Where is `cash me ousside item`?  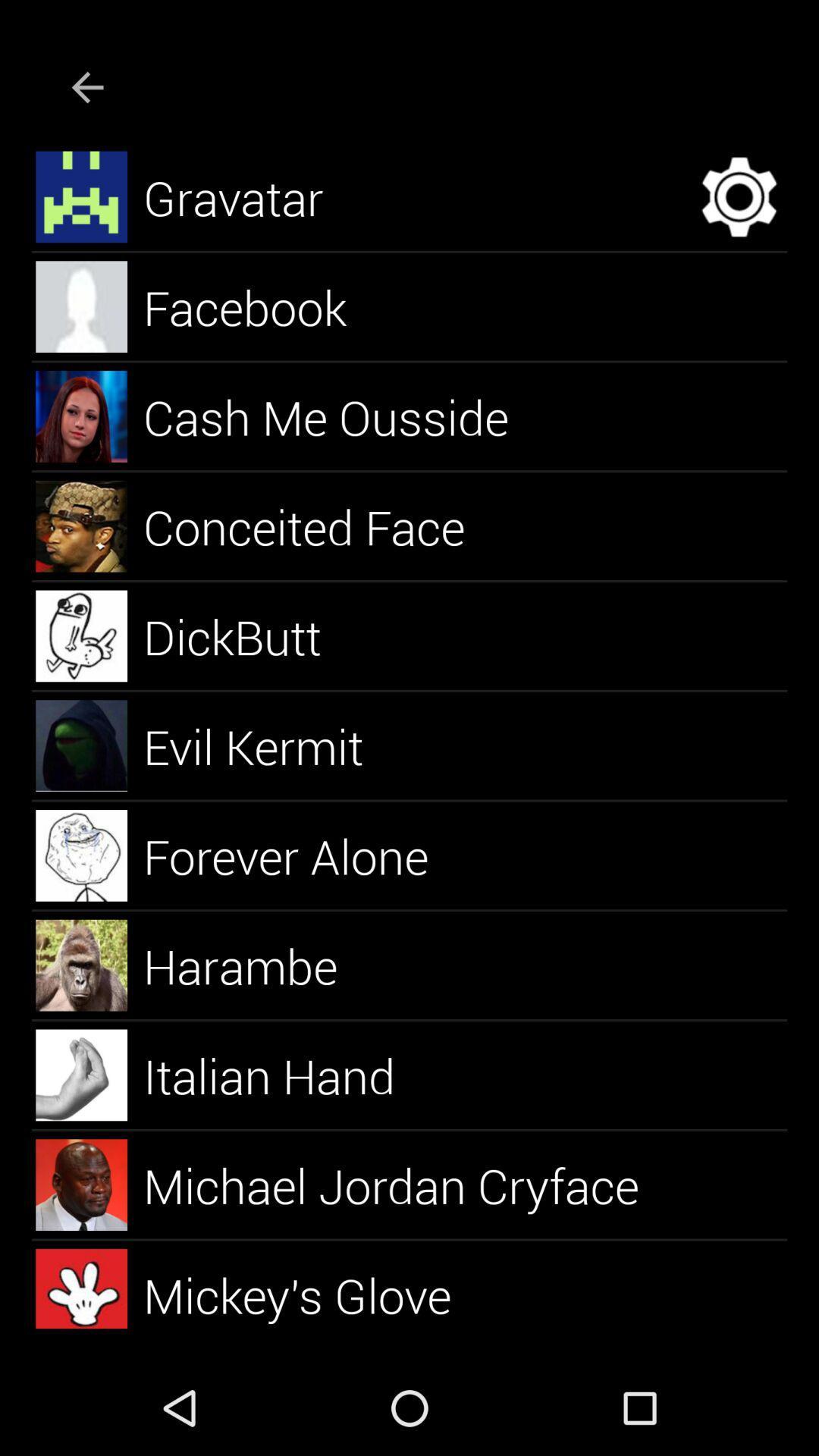
cash me ousside item is located at coordinates (344, 416).